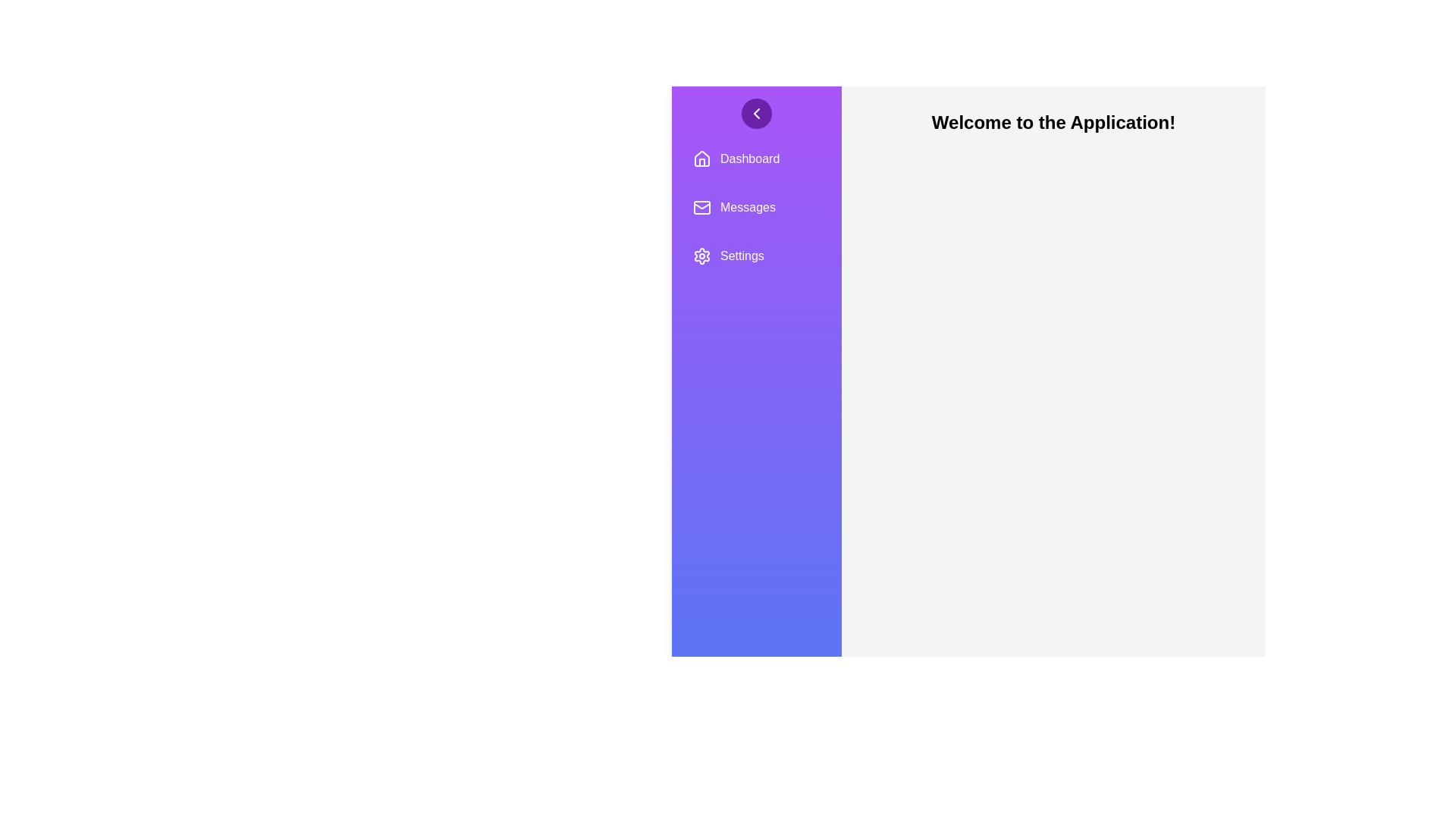  Describe the element at coordinates (757, 207) in the screenshot. I see `the 'Messages' menu option in the sidebar navigation` at that location.